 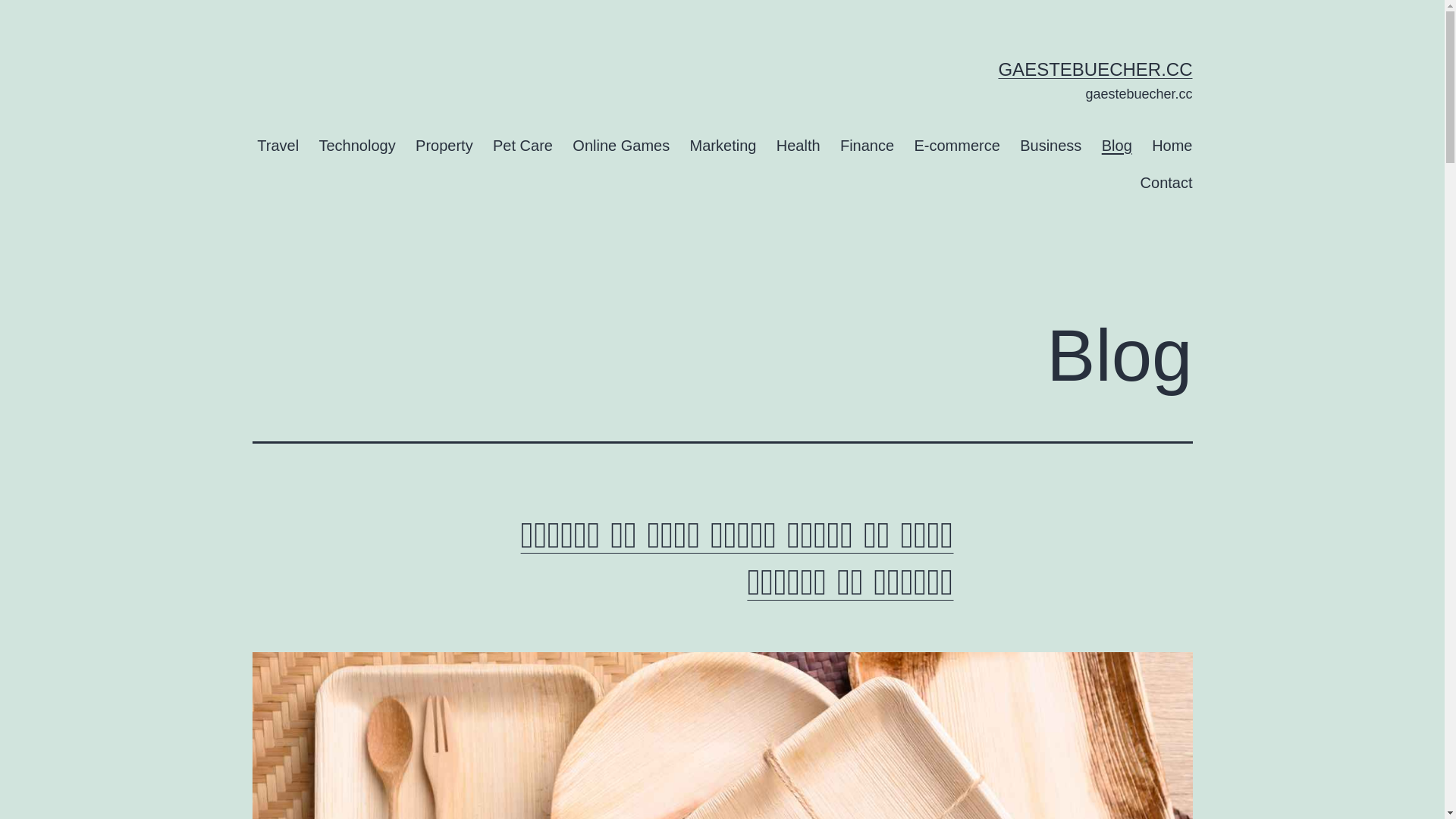 What do you see at coordinates (1171, 145) in the screenshot?
I see `'Home'` at bounding box center [1171, 145].